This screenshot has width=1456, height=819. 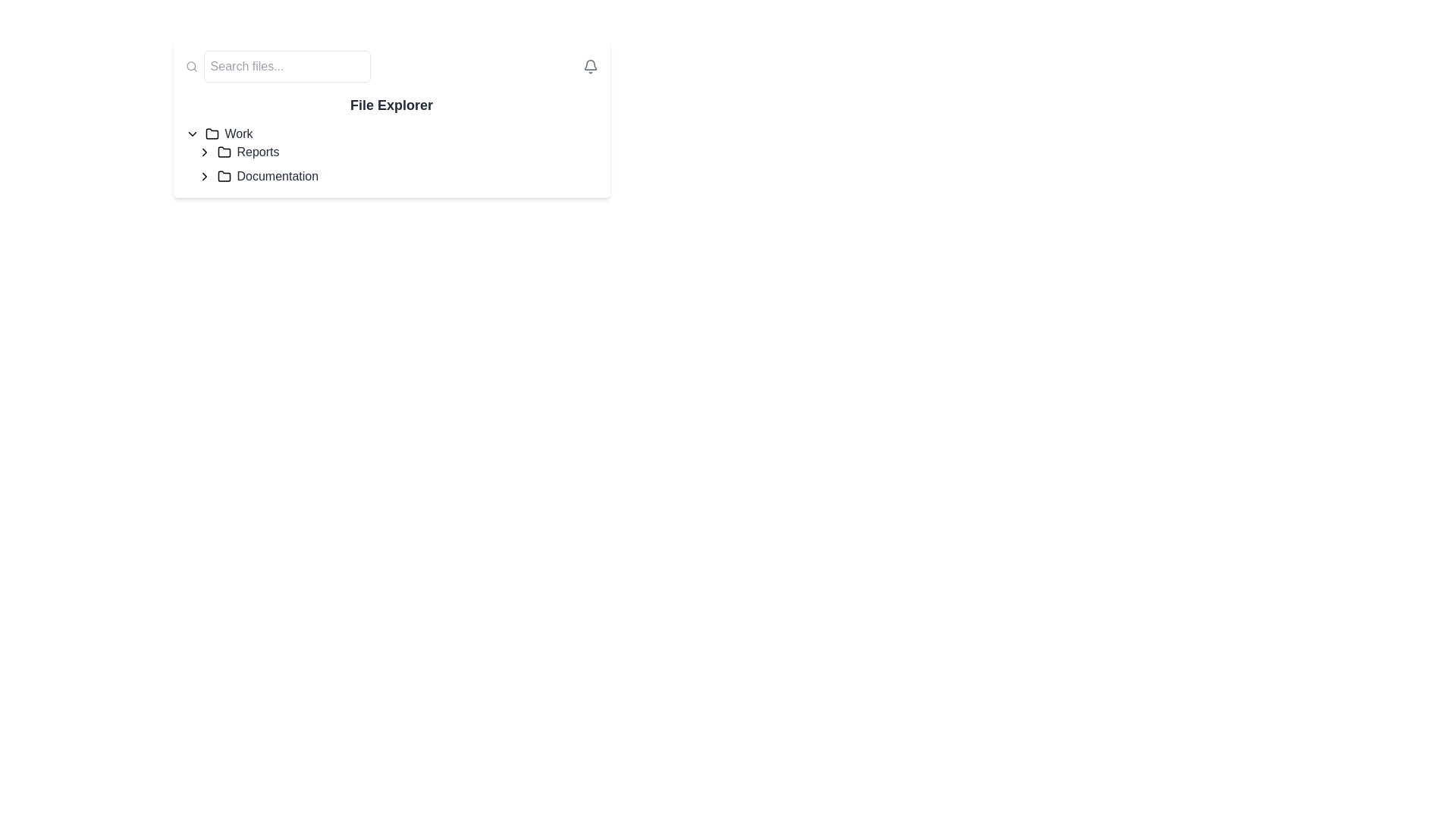 What do you see at coordinates (191, 133) in the screenshot?
I see `the downward-pointing chevron icon located to the left of the 'Work' label in the 'File Explorer' section` at bounding box center [191, 133].